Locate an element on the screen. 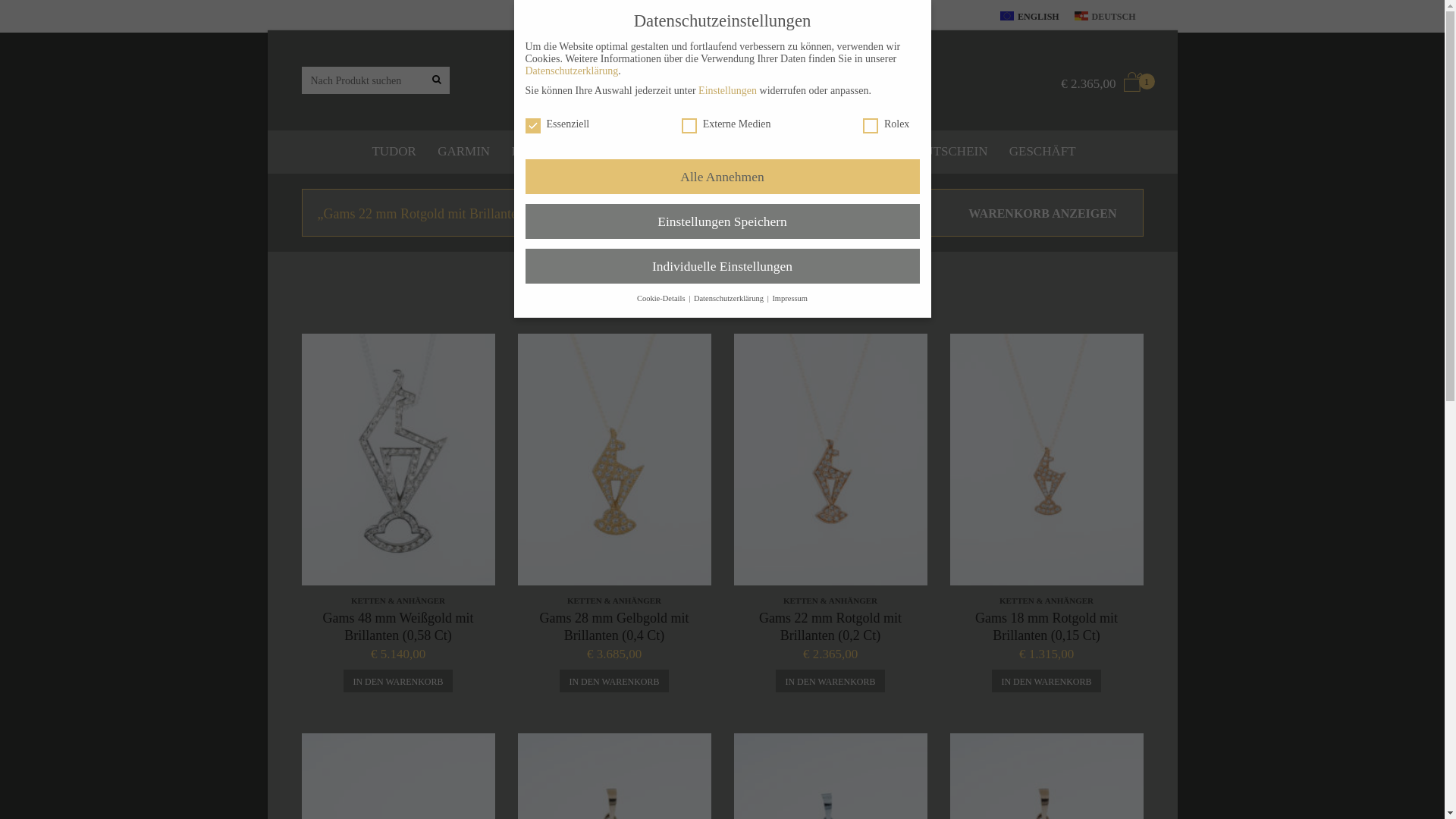 Image resolution: width=1456 pixels, height=819 pixels. 'Alle Annehmen' is located at coordinates (720, 175).